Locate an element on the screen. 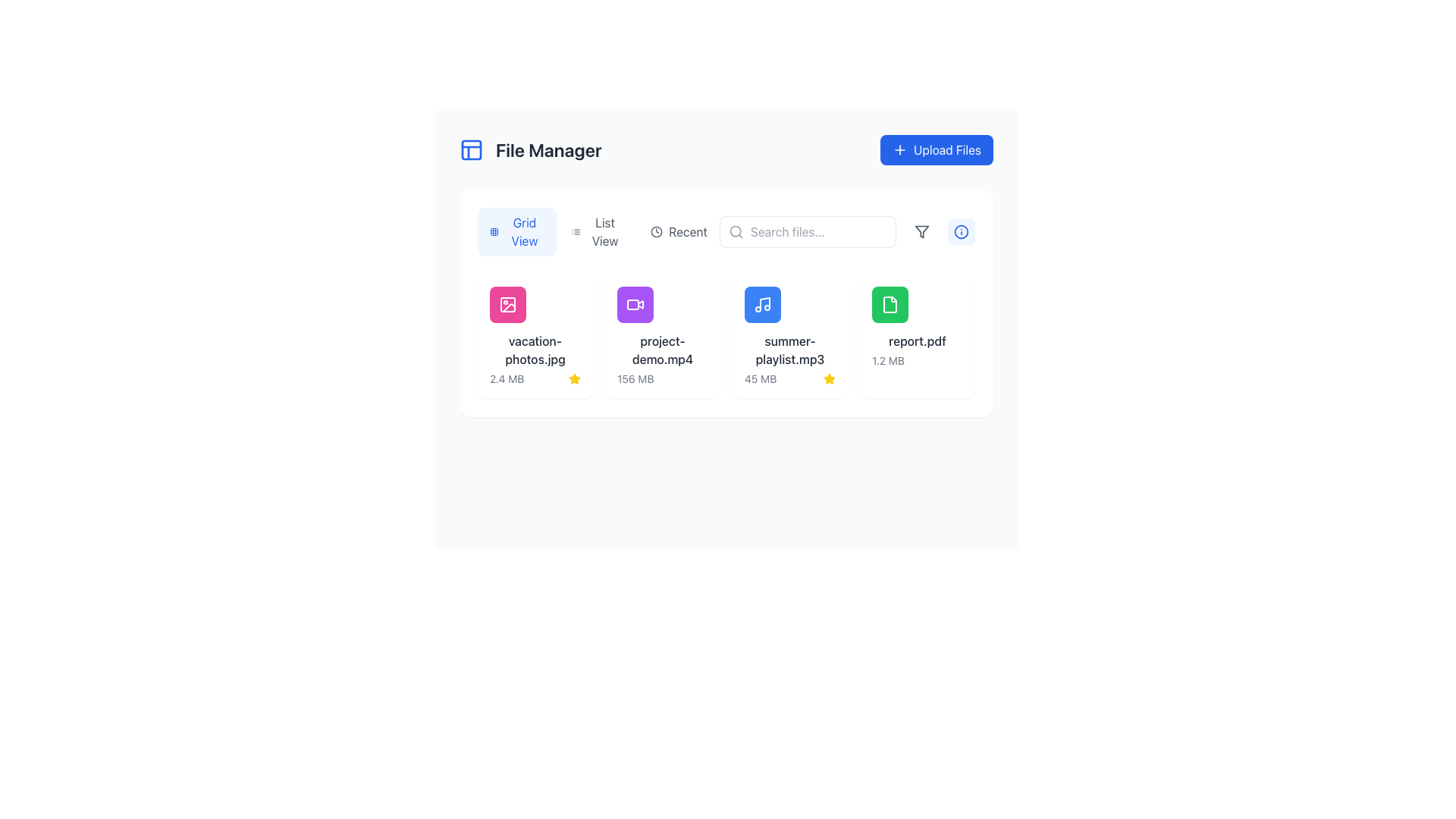 The width and height of the screenshot is (1456, 819). the file icons within the central file management display interface is located at coordinates (726, 275).